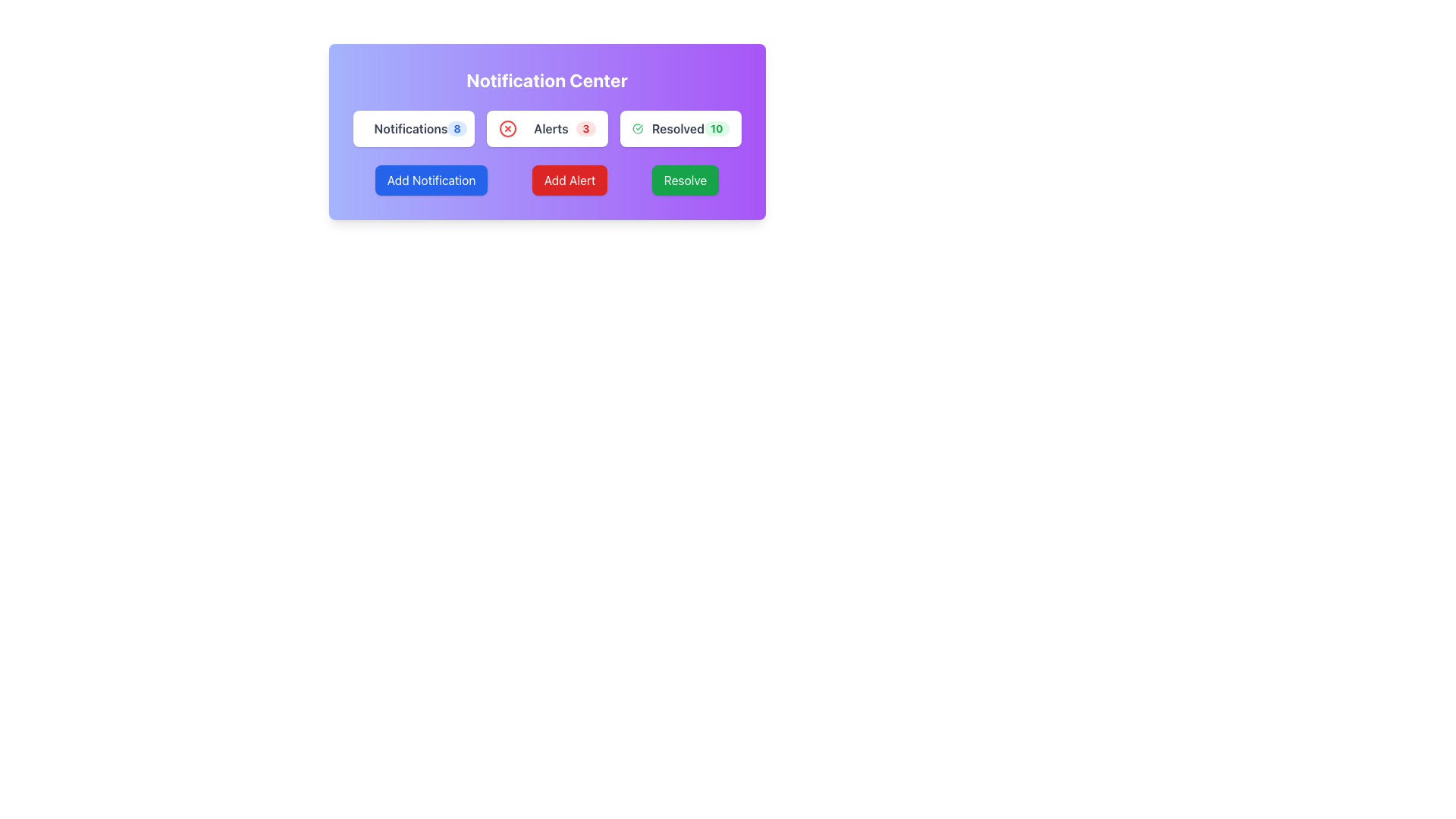 The width and height of the screenshot is (1456, 819). I want to click on the circular graphic element with a thin black stroke that is part of the alert cross sign in the 'Alerts' box, so click(507, 127).